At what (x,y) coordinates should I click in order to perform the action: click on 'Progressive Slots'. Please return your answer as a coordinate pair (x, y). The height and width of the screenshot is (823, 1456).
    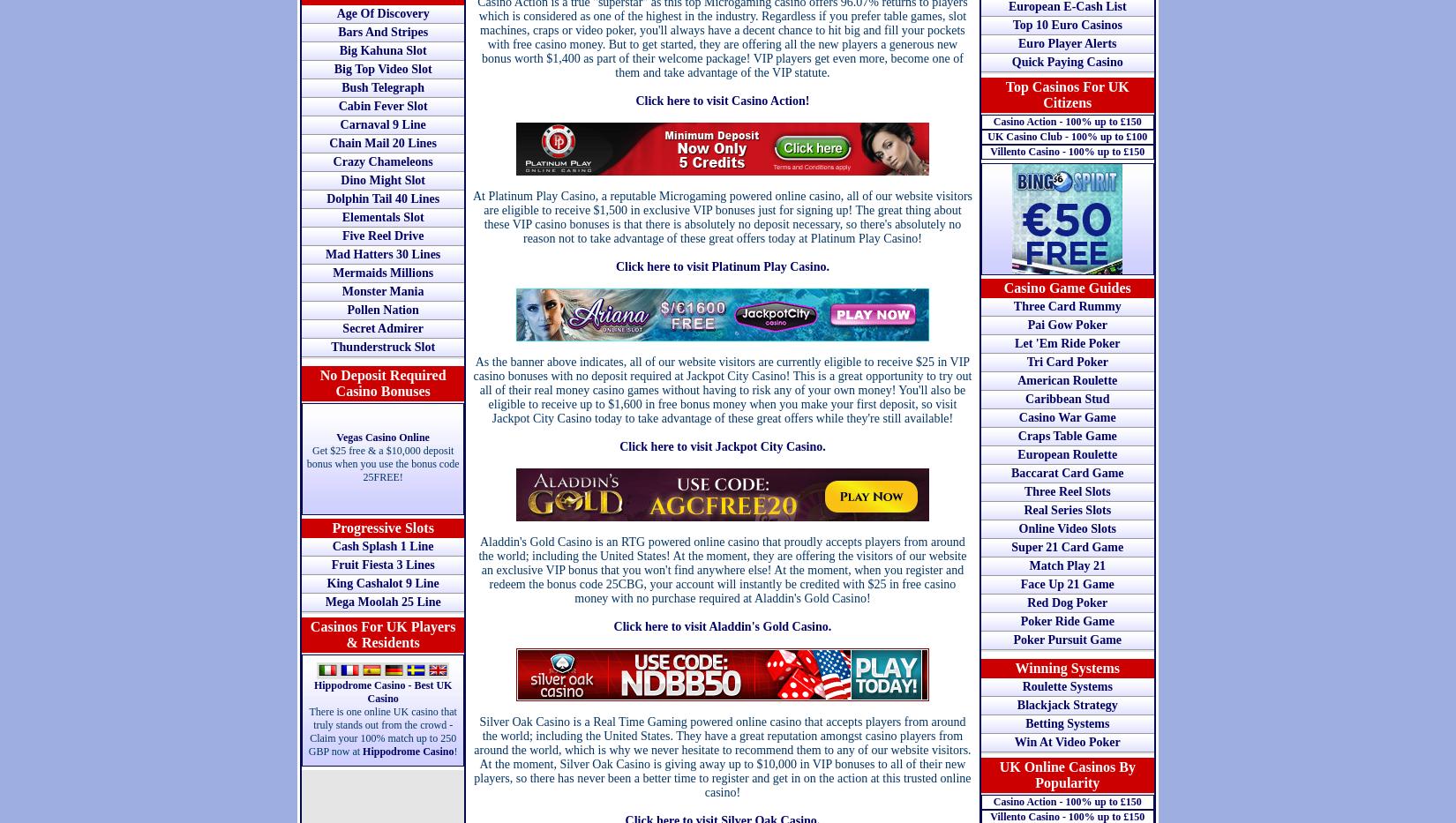
    Looking at the image, I should click on (381, 527).